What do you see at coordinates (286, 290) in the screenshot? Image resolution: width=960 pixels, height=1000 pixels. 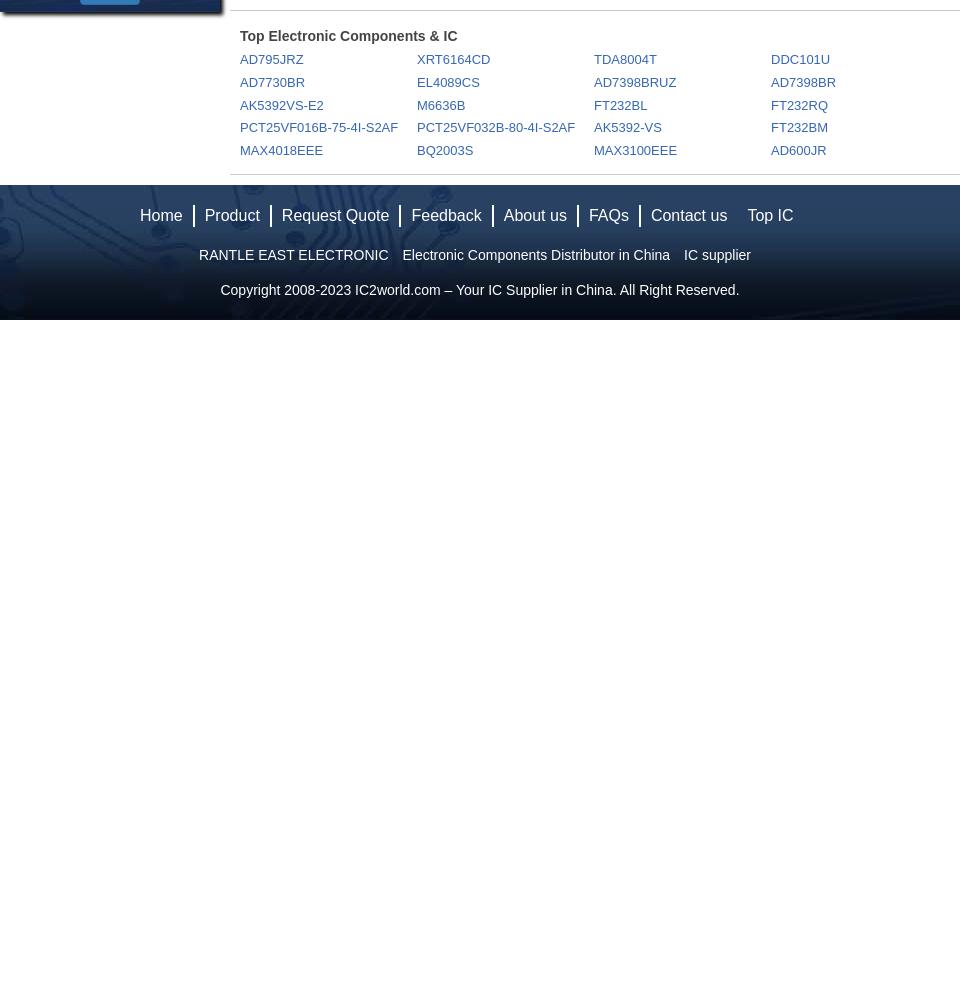 I see `'Copyright 2008-2023'` at bounding box center [286, 290].